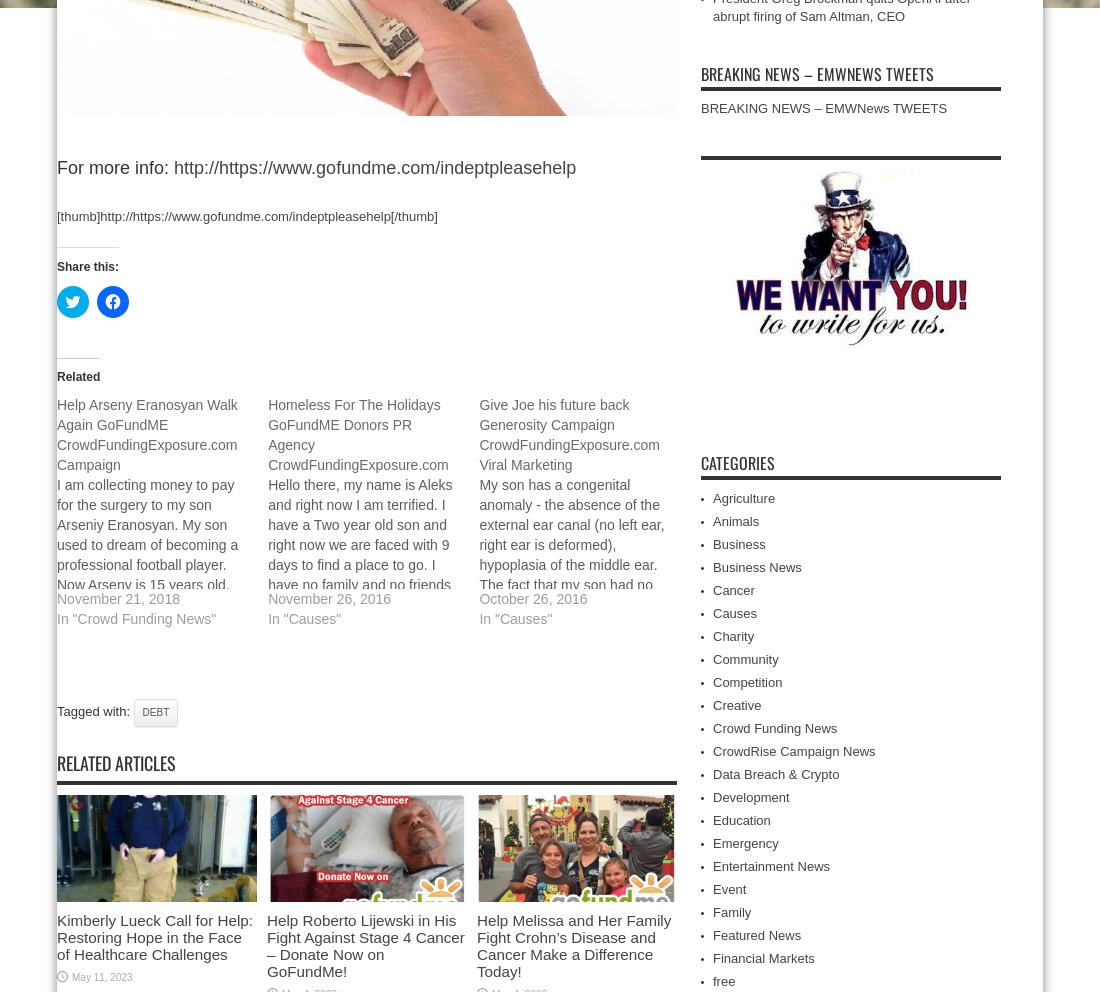  What do you see at coordinates (763, 958) in the screenshot?
I see `'Financial Markets'` at bounding box center [763, 958].